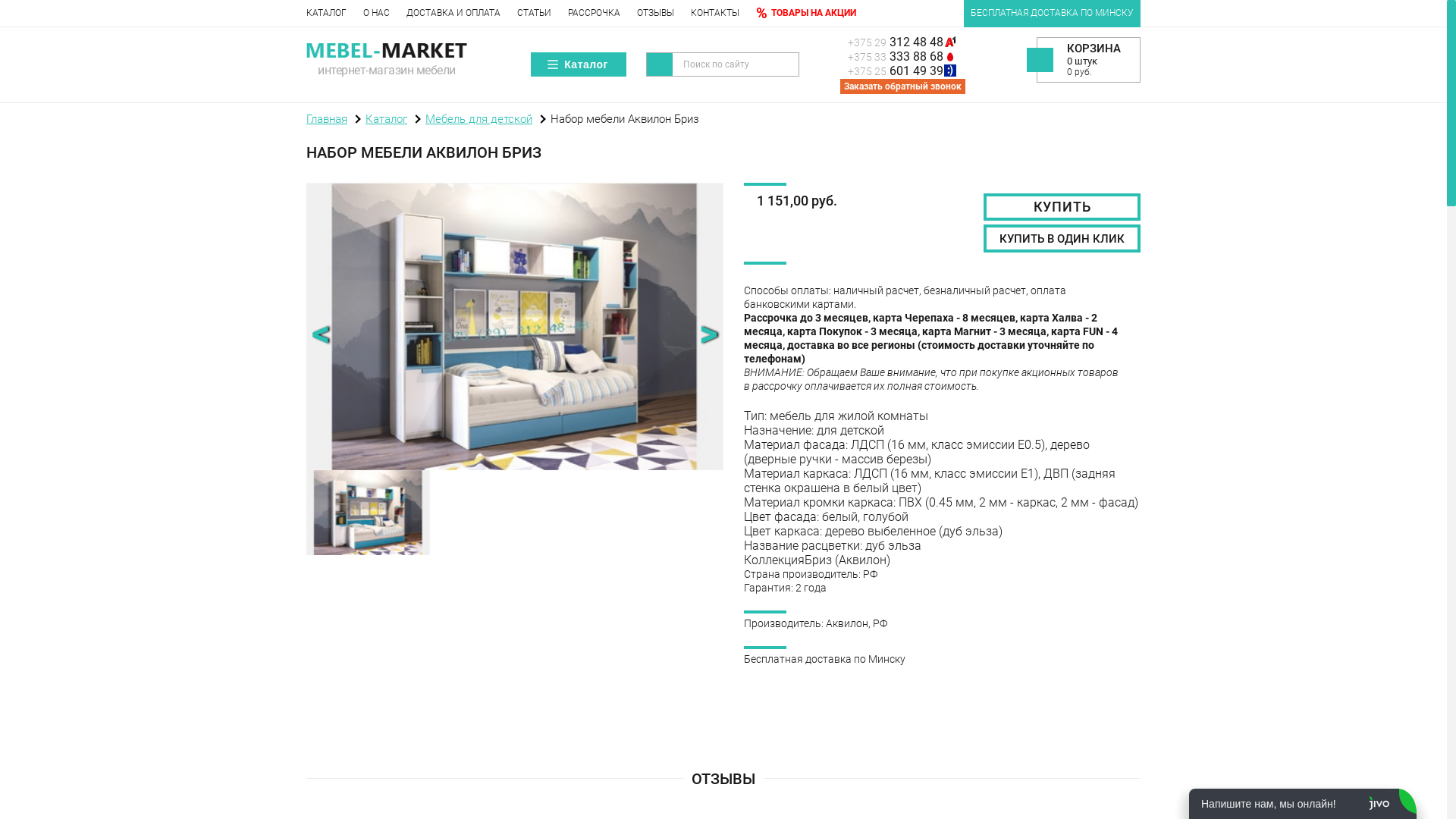  I want to click on '+375 29312 48 48', so click(847, 41).